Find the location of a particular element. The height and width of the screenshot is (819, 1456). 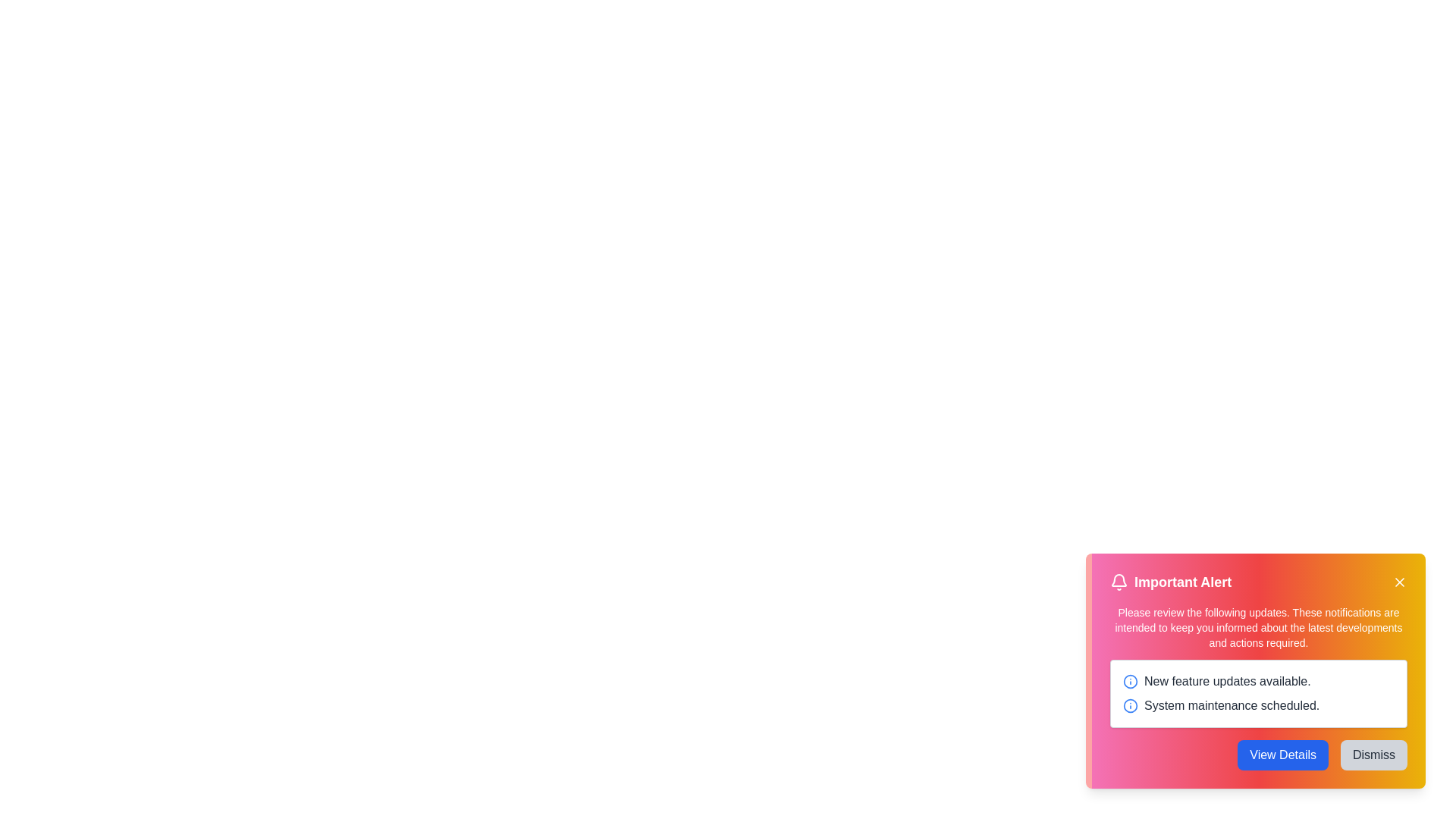

the close button located at the top-right of the alert box is located at coordinates (1399, 581).